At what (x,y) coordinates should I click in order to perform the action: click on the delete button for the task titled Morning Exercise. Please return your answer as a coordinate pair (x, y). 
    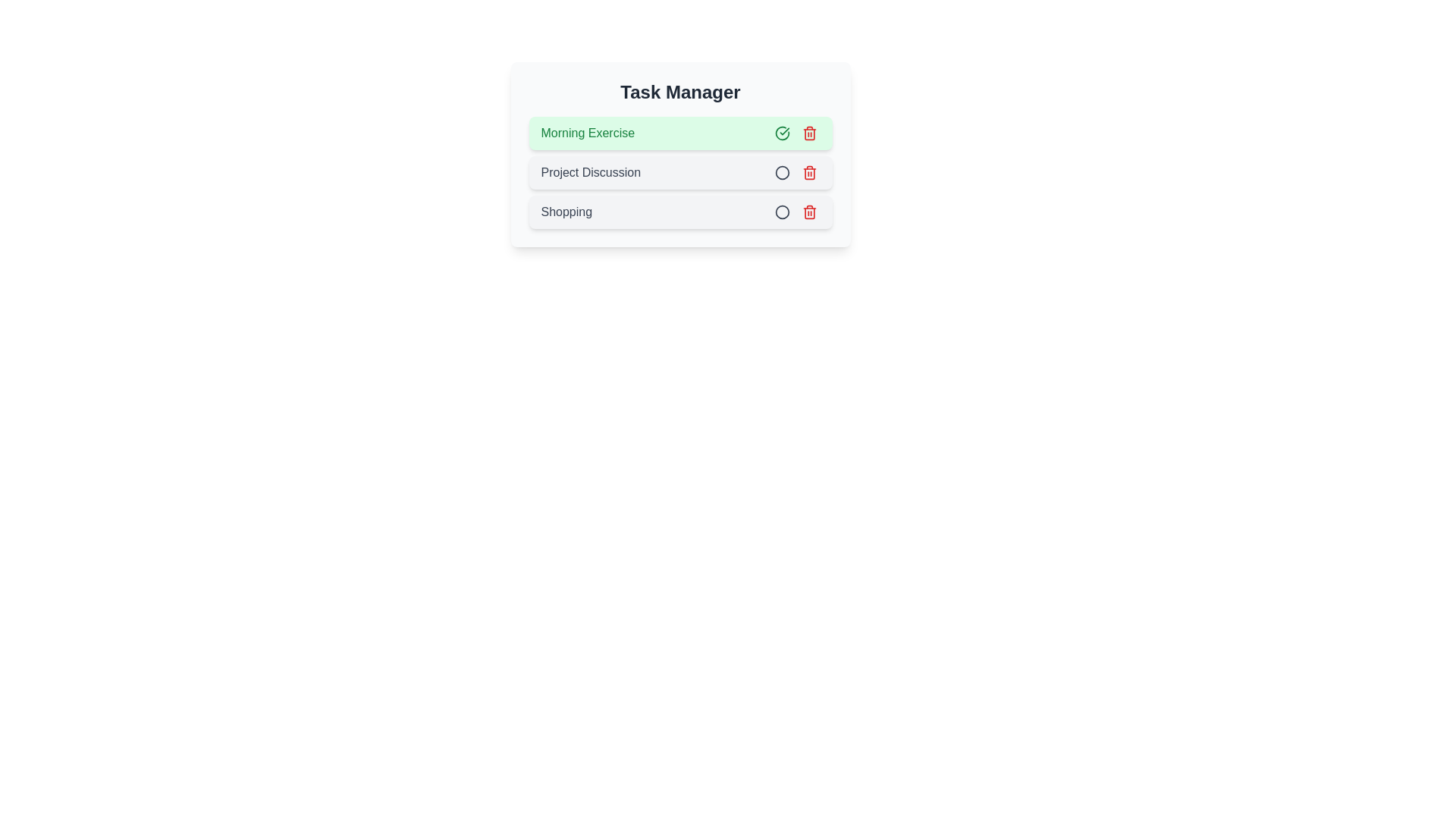
    Looking at the image, I should click on (808, 133).